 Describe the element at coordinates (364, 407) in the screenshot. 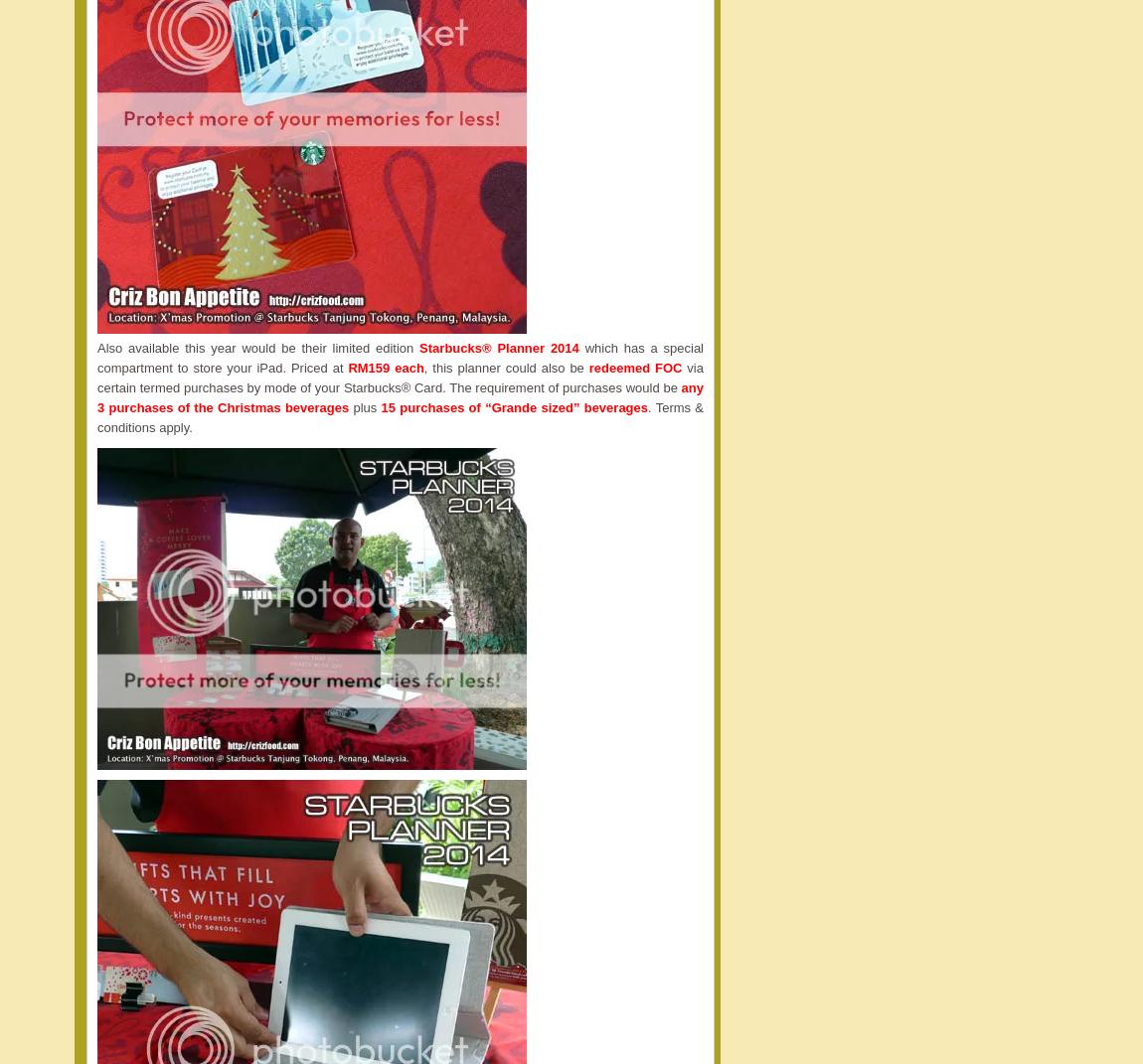

I see `'plus'` at that location.